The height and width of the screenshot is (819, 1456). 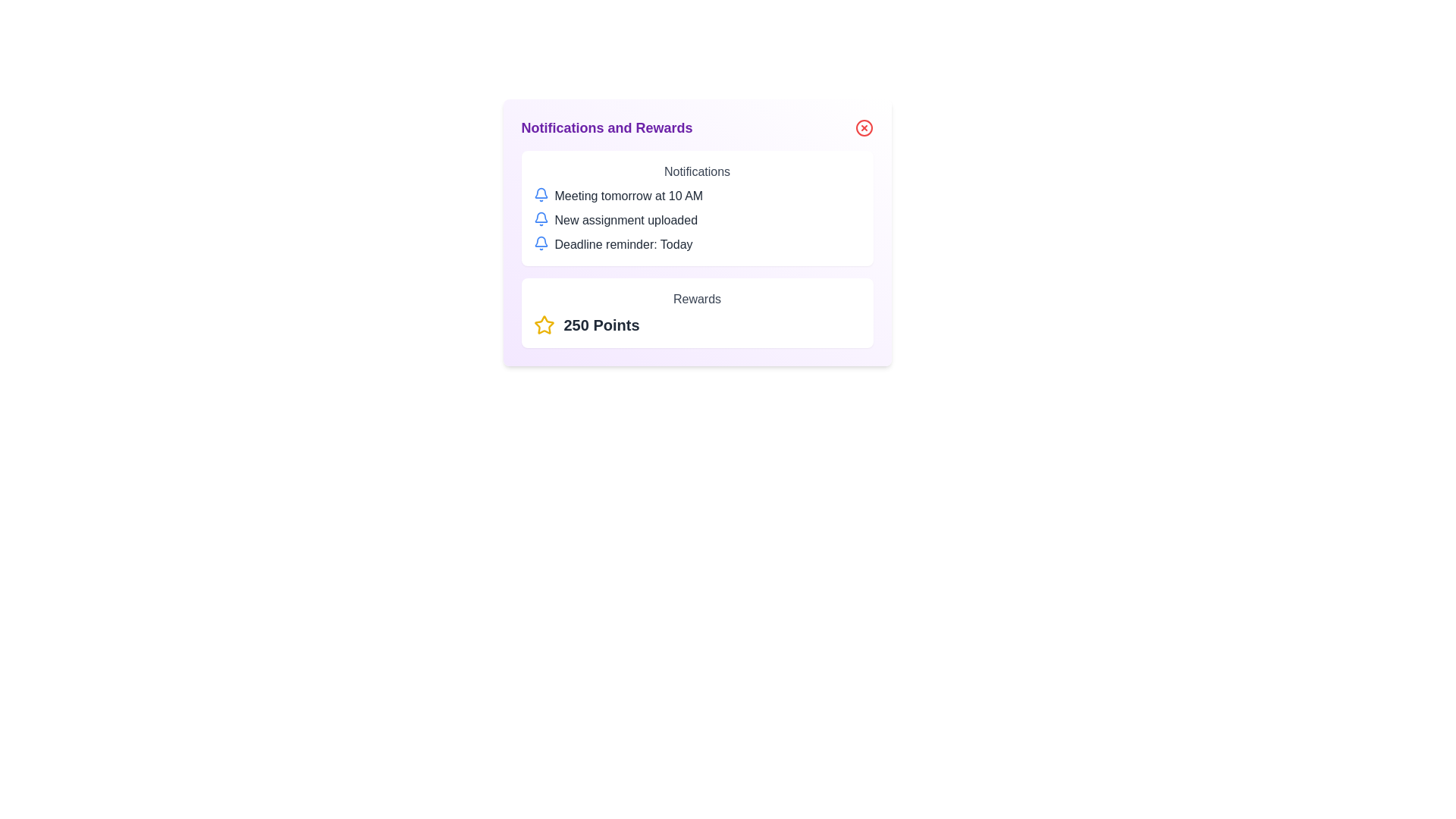 I want to click on the text displaying 'Meeting tomorrow at 10 AM' in dark gray color, which is the first item in the notifications list aligned to the right of the bell icon, so click(x=629, y=195).